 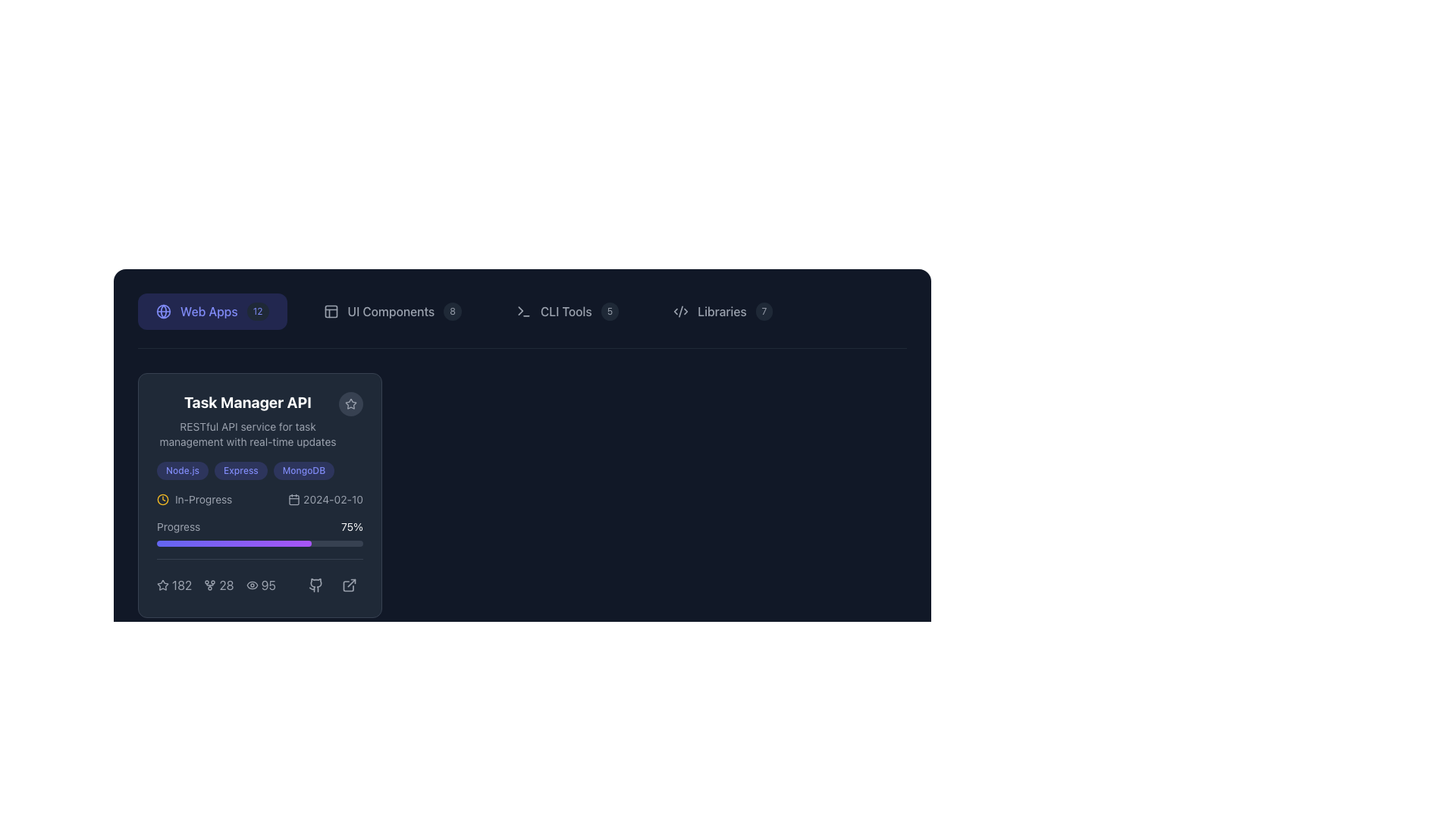 I want to click on the icon displaying the number of forks or branches associated with the task represented by the card, located as the second item in a horizontal row at the bottom of the task card, so click(x=215, y=584).